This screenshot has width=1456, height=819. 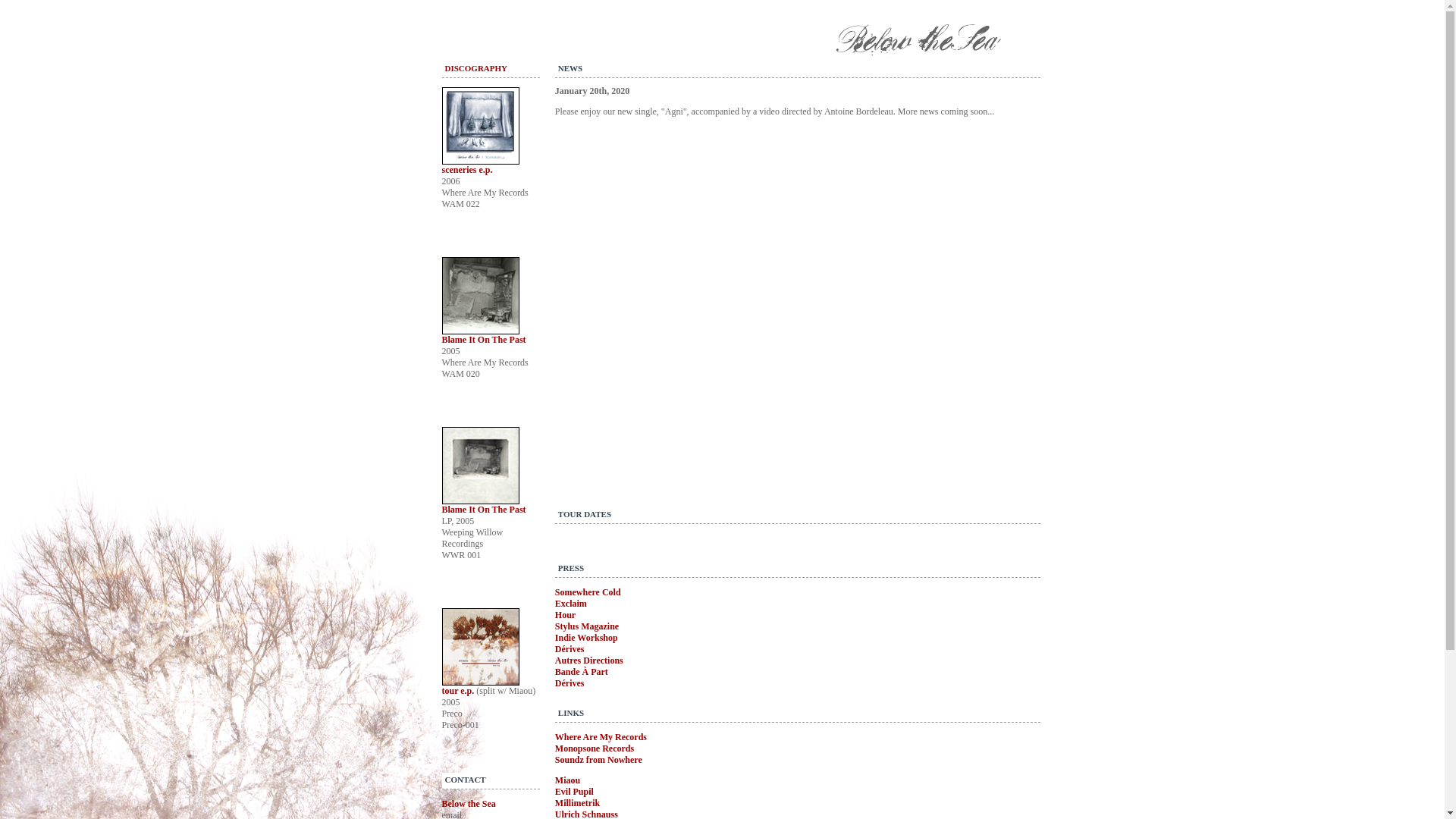 What do you see at coordinates (576, 802) in the screenshot?
I see `'Millimetrik'` at bounding box center [576, 802].